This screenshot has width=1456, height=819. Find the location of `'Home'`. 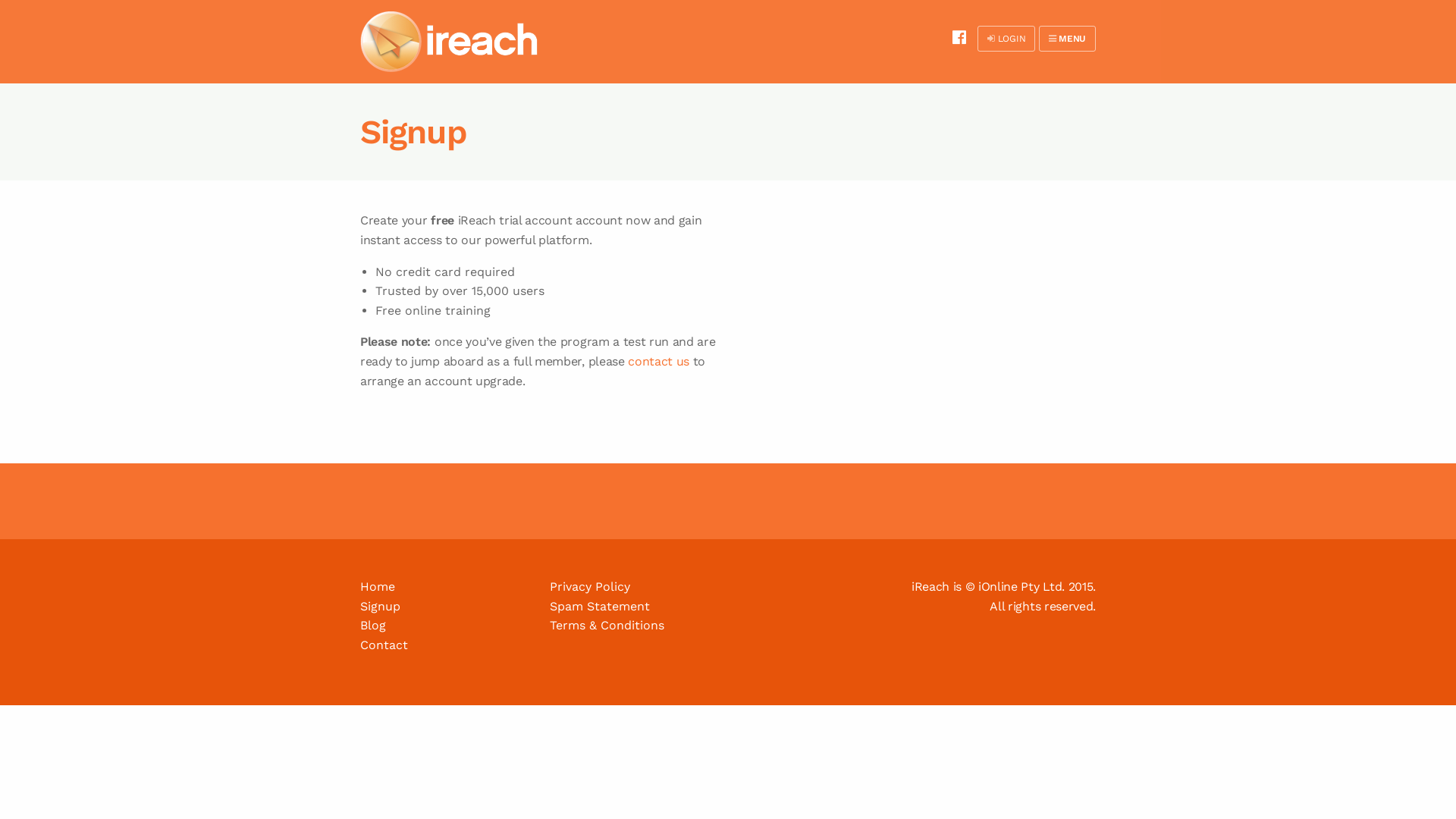

'Home' is located at coordinates (378, 585).